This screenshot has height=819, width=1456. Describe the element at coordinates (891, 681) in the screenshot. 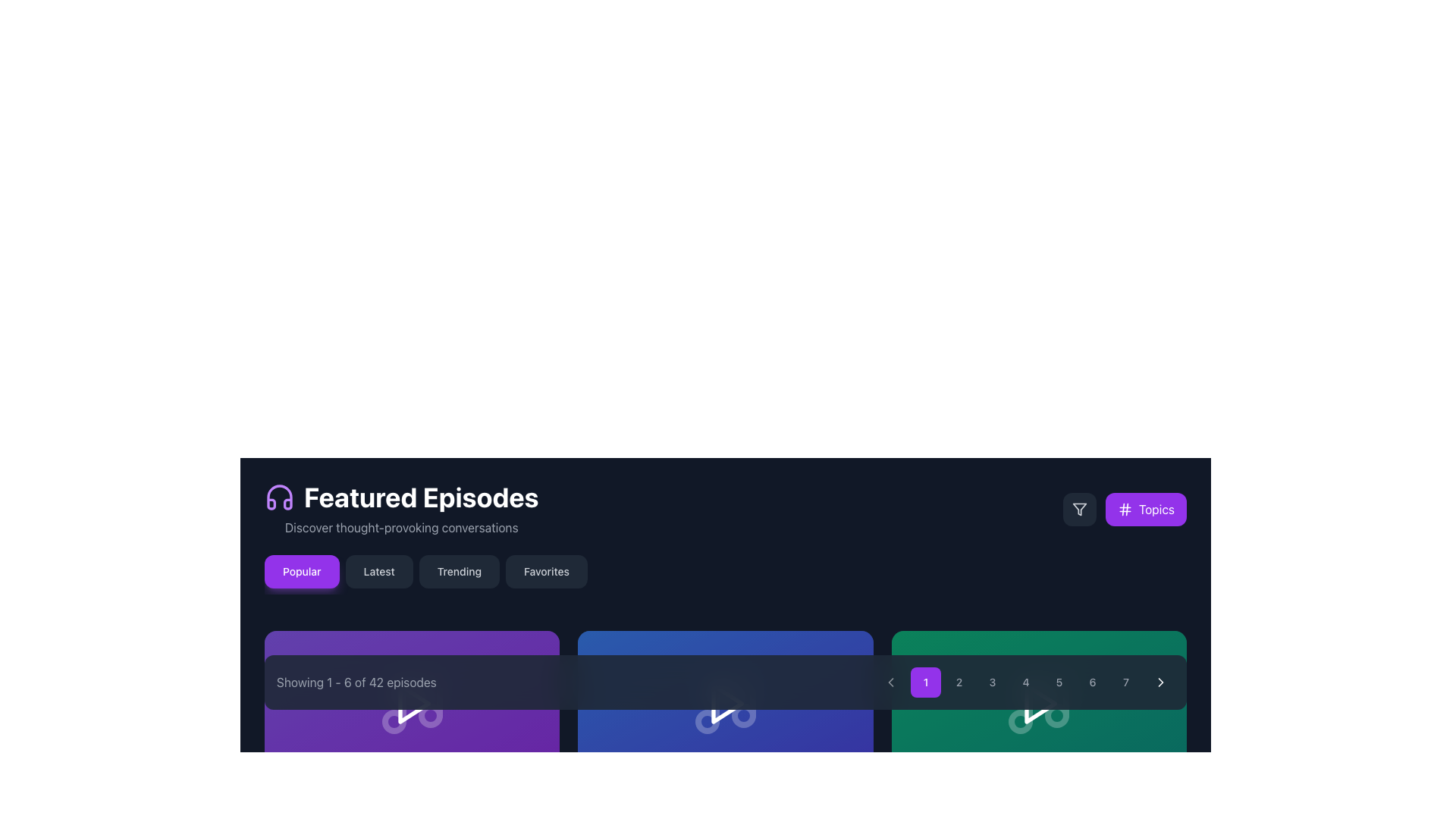

I see `the 'previous page' navigation button icon located in the pagination section of the navigation bar` at that location.